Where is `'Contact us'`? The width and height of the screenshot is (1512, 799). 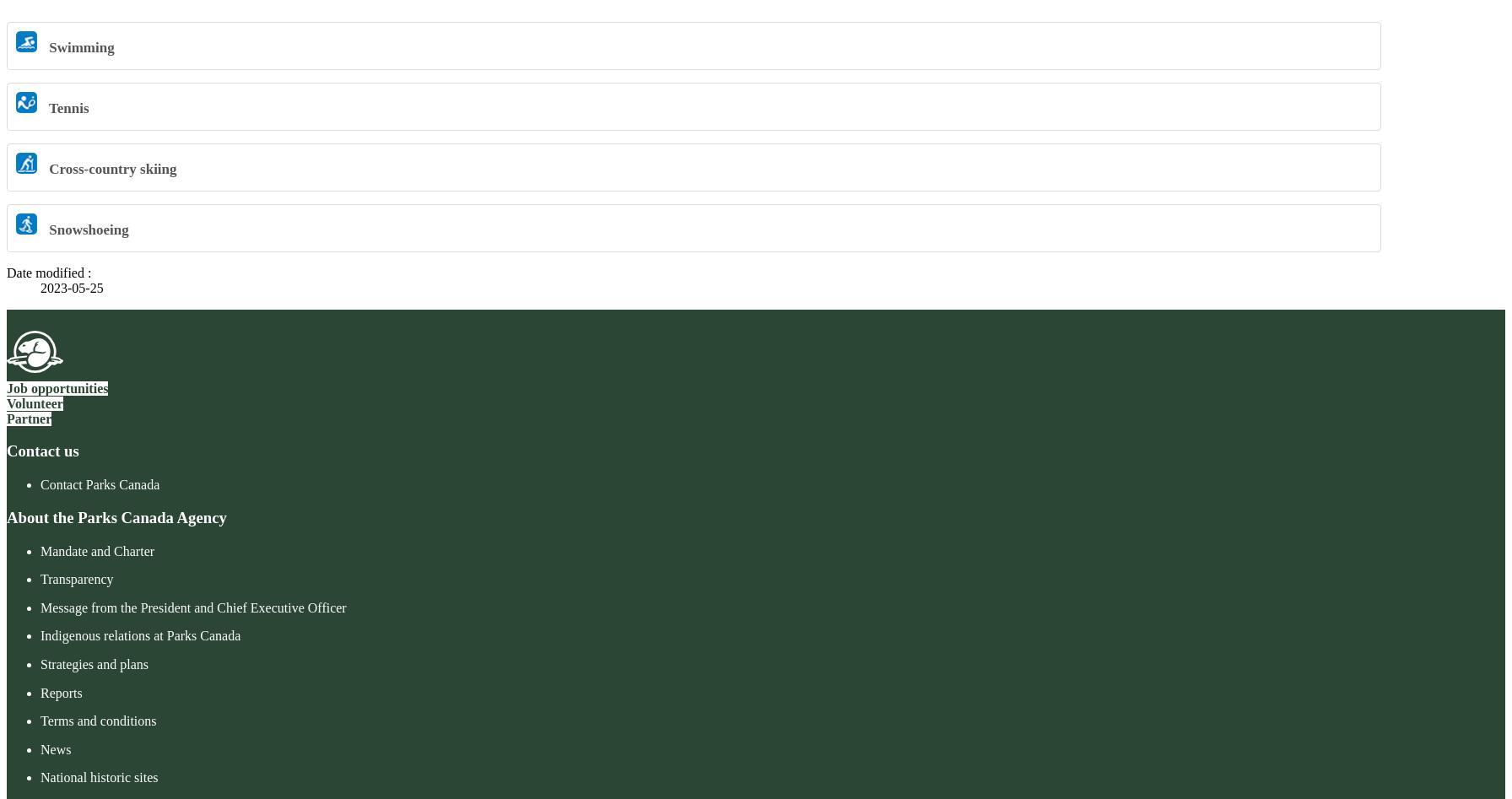
'Contact us' is located at coordinates (42, 450).